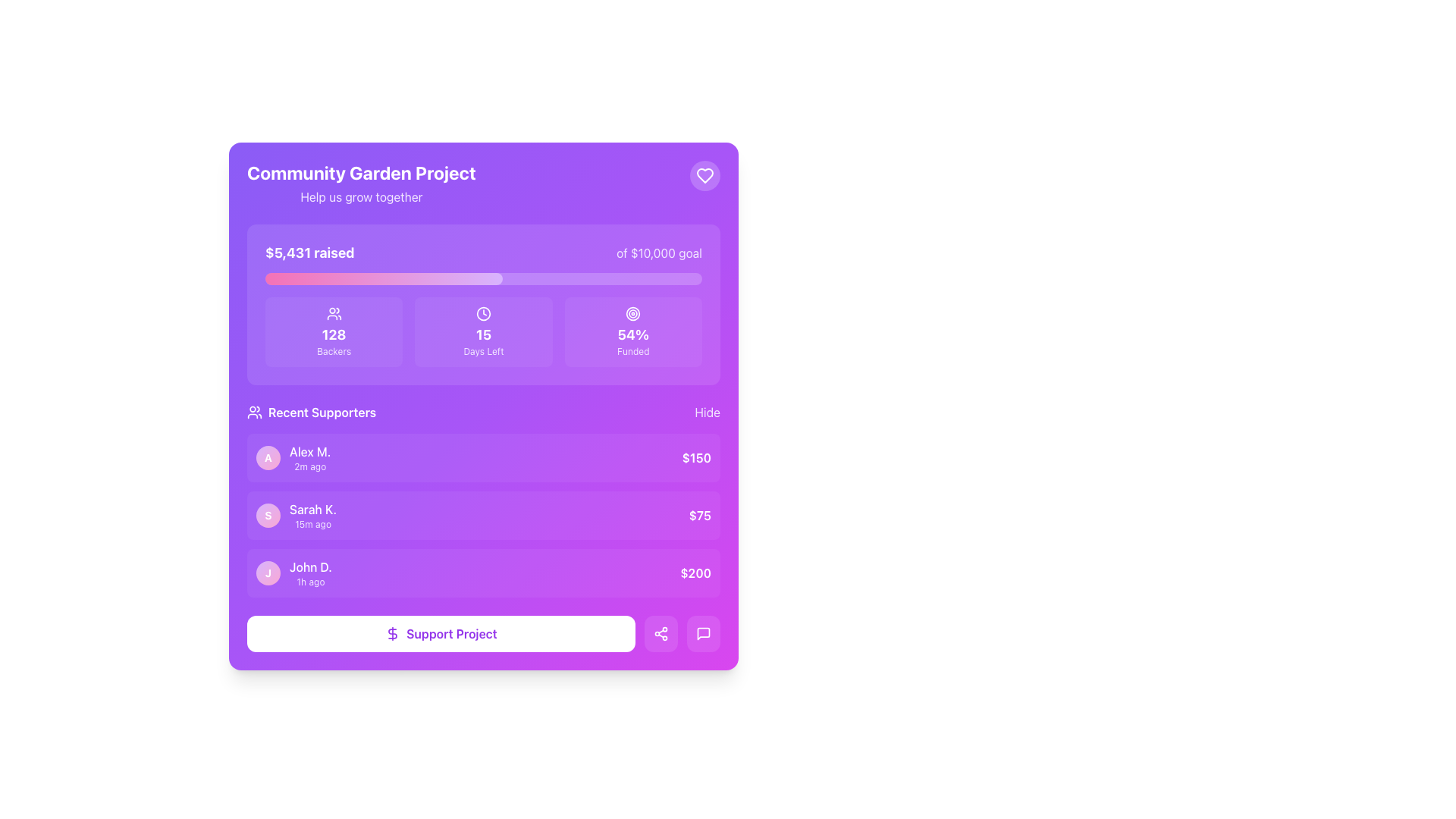 This screenshot has width=1456, height=819. Describe the element at coordinates (294, 573) in the screenshot. I see `the List item with a circular avatar displaying the letter 'J' and the name 'John D.' in the 'Recent Supporters' section` at that location.